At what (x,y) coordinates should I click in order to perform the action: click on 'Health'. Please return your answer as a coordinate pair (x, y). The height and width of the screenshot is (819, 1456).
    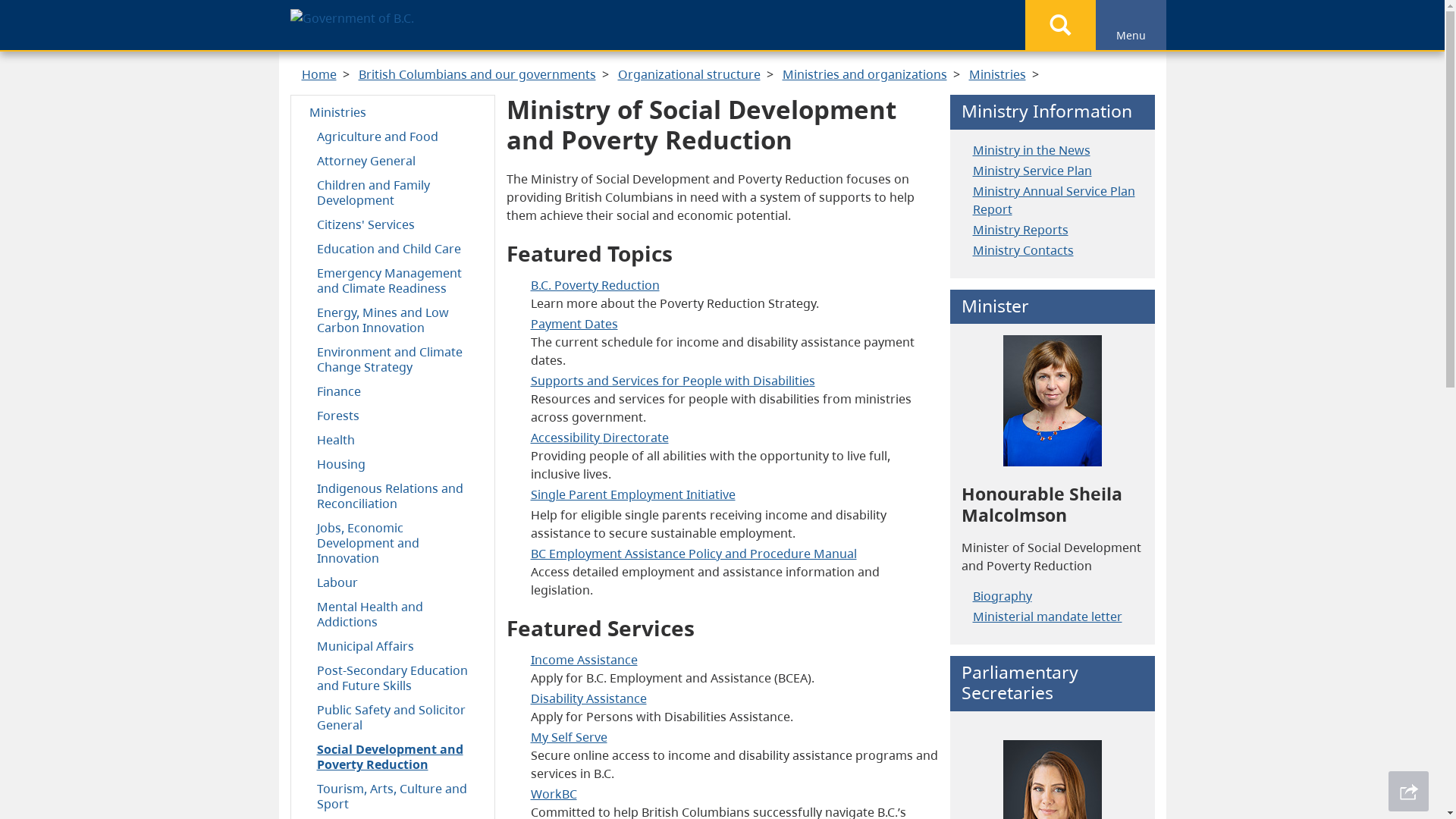
    Looking at the image, I should click on (393, 438).